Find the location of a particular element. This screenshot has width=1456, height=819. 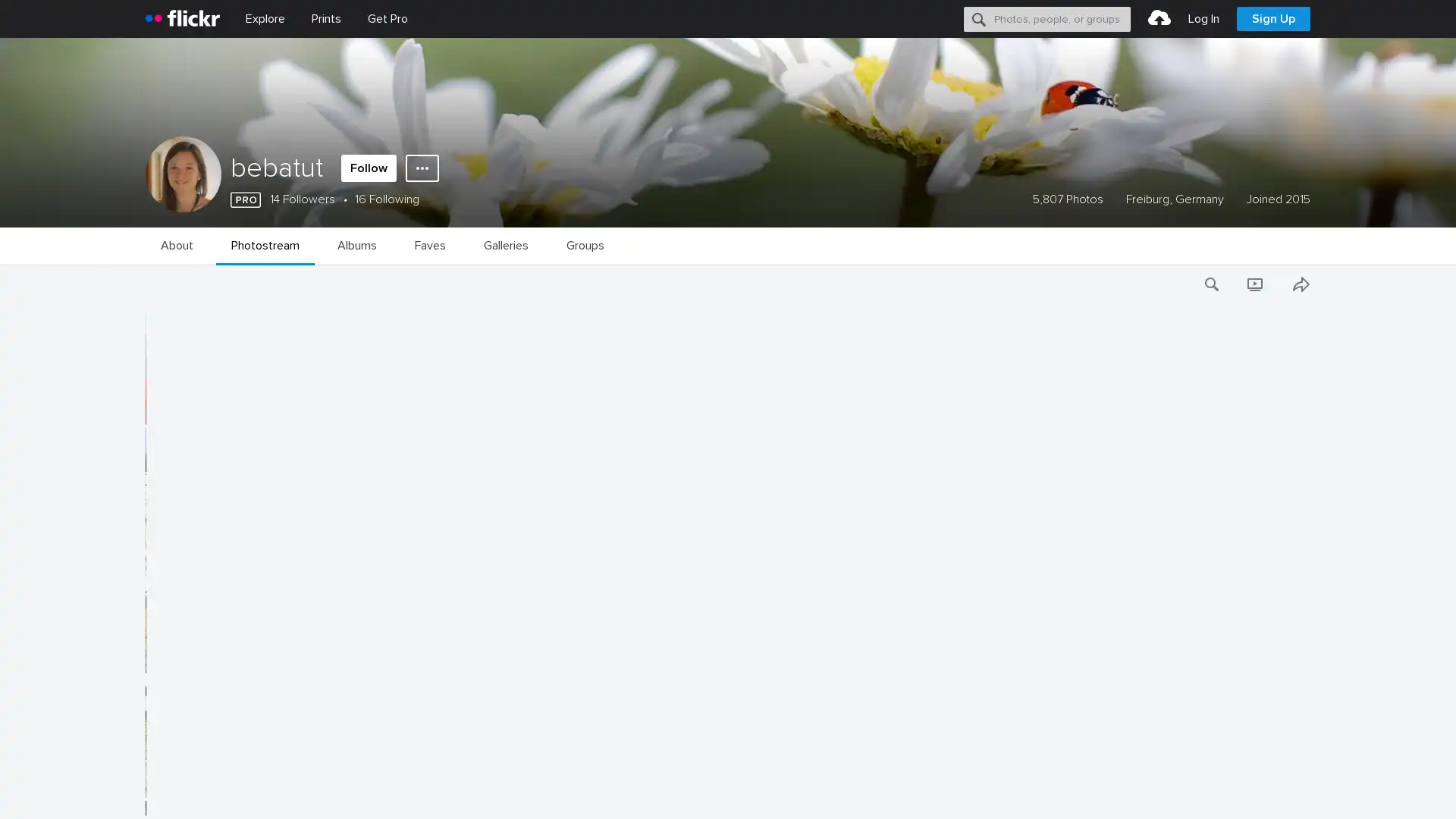

Add to Favorites is located at coordinates (146, 412).